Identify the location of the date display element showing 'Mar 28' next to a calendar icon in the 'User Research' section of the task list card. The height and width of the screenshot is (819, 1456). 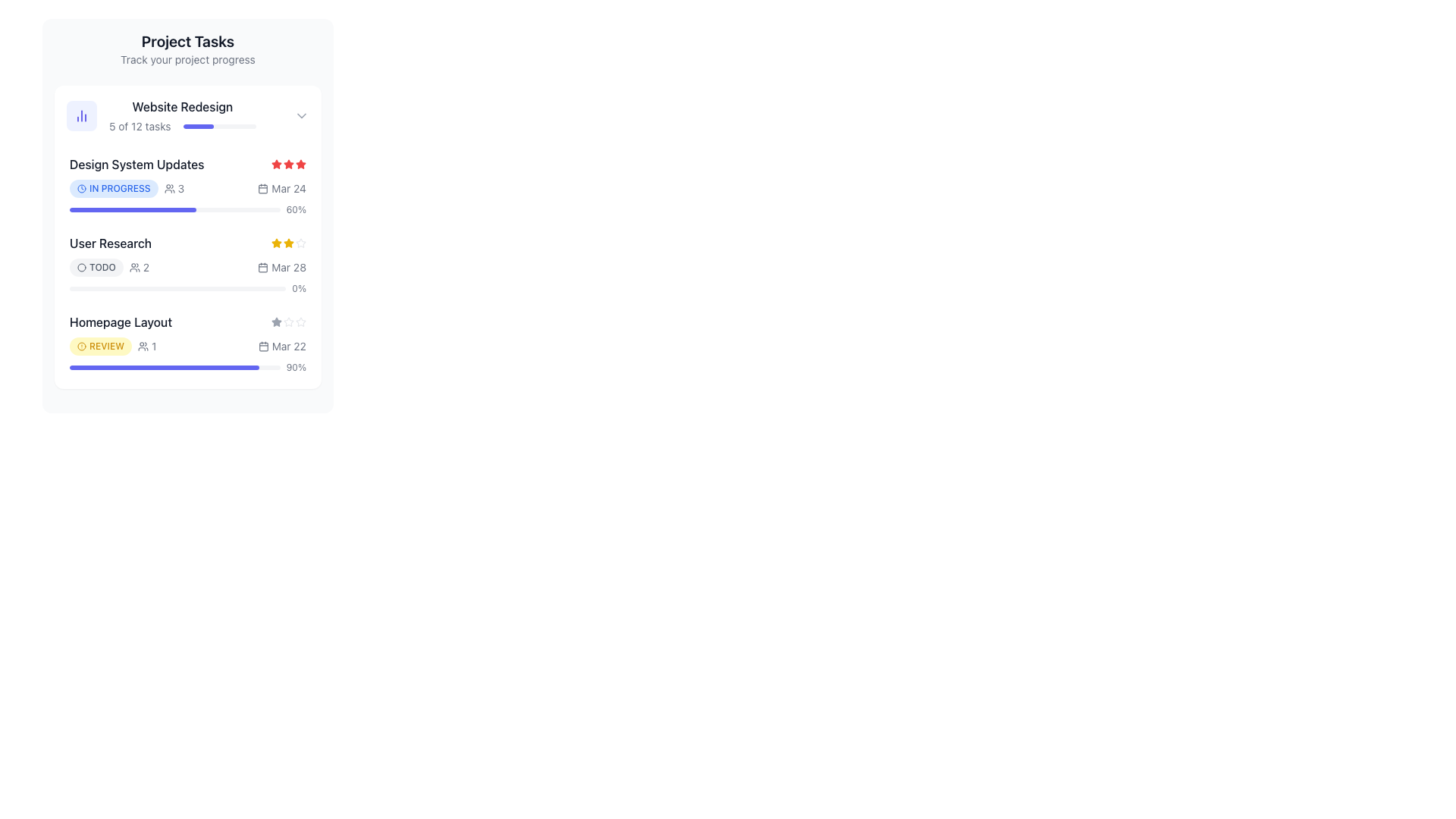
(282, 267).